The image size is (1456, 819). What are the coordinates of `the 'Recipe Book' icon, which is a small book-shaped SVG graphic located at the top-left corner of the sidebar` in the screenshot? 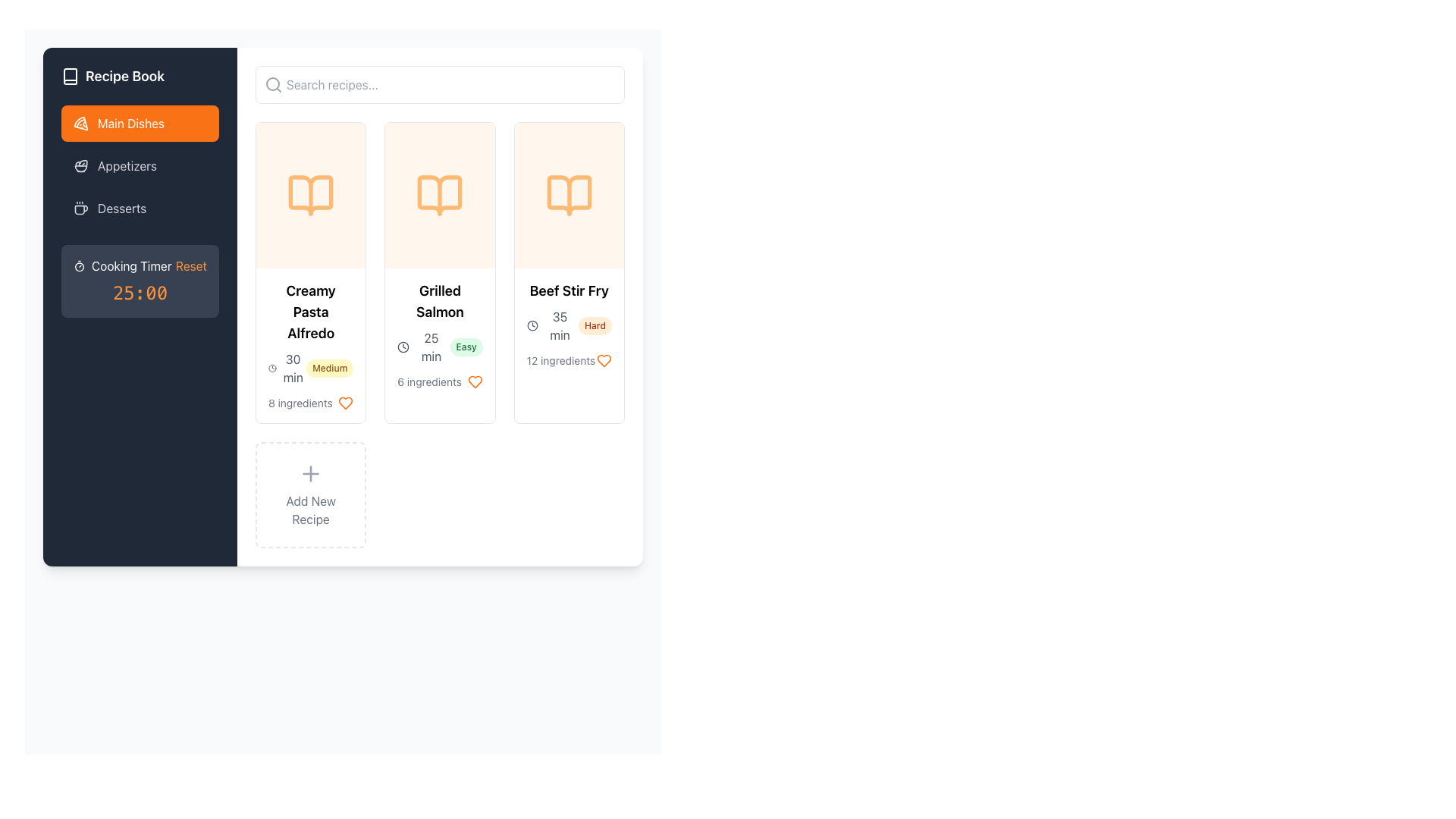 It's located at (69, 76).